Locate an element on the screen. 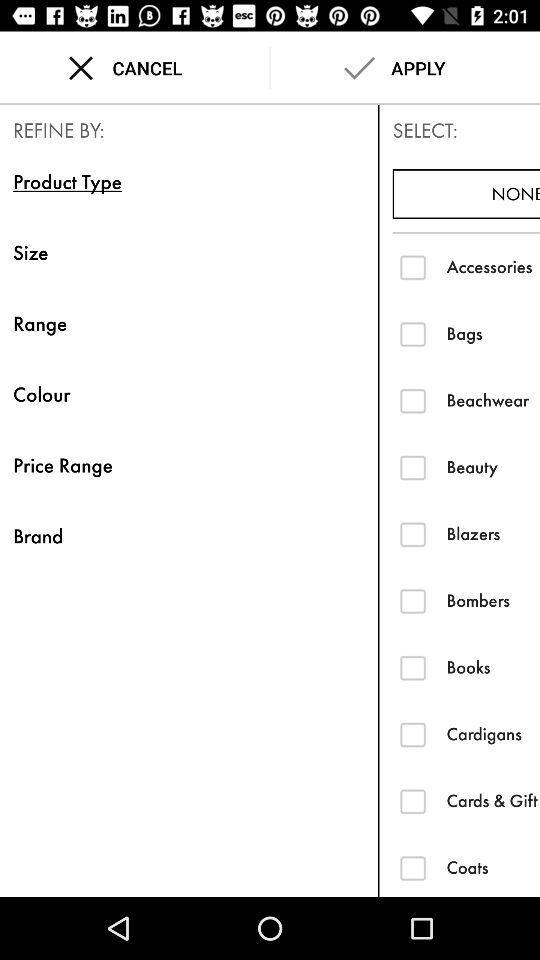  mark bags is located at coordinates (412, 333).